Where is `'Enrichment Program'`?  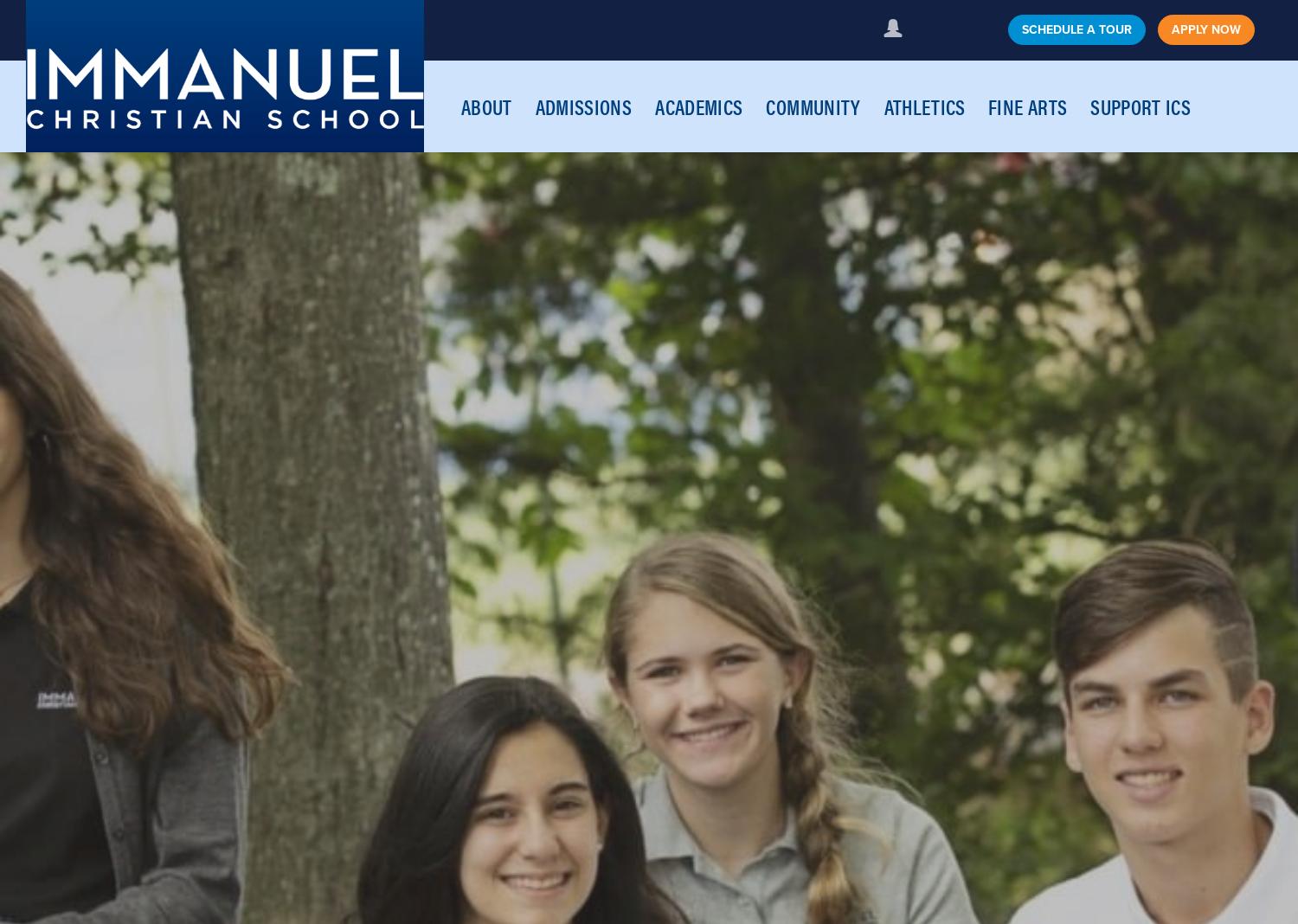
'Enrichment Program' is located at coordinates (1038, 218).